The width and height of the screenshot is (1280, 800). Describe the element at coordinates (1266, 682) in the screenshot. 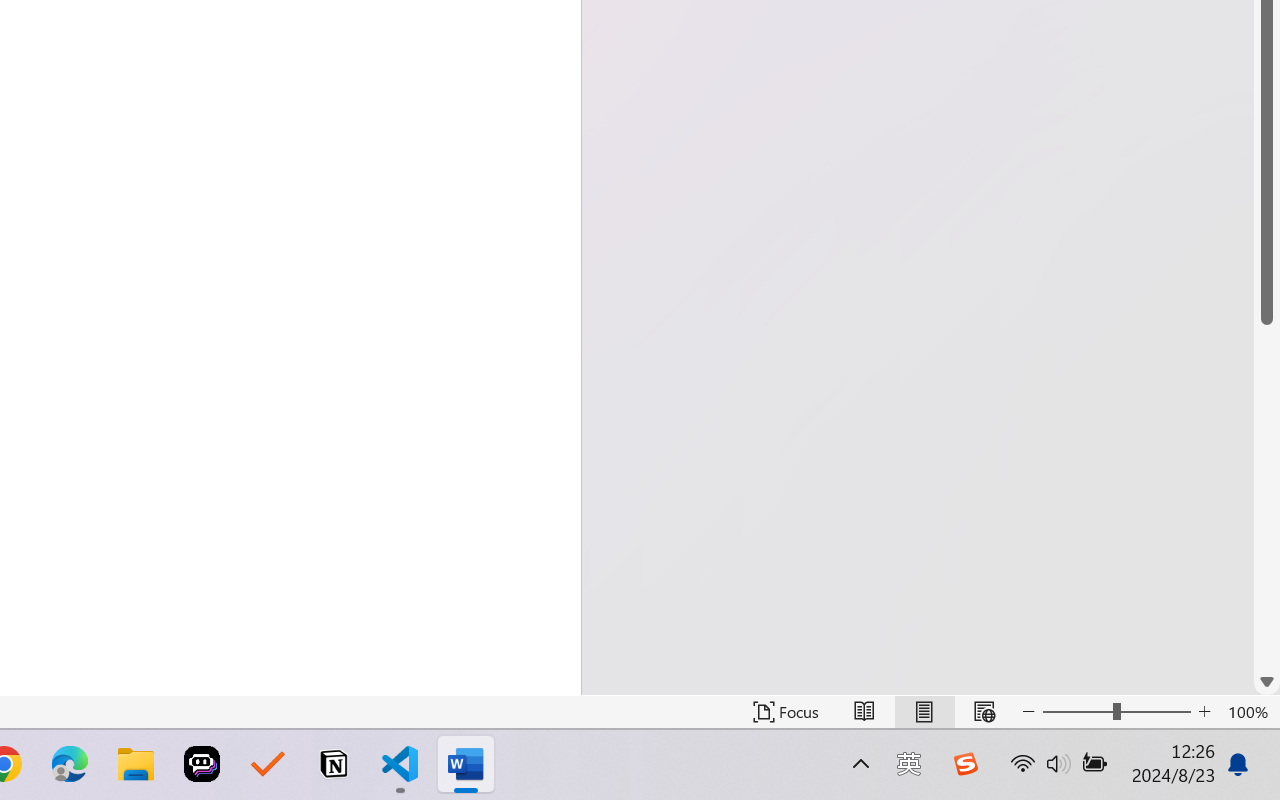

I see `'Line down'` at that location.